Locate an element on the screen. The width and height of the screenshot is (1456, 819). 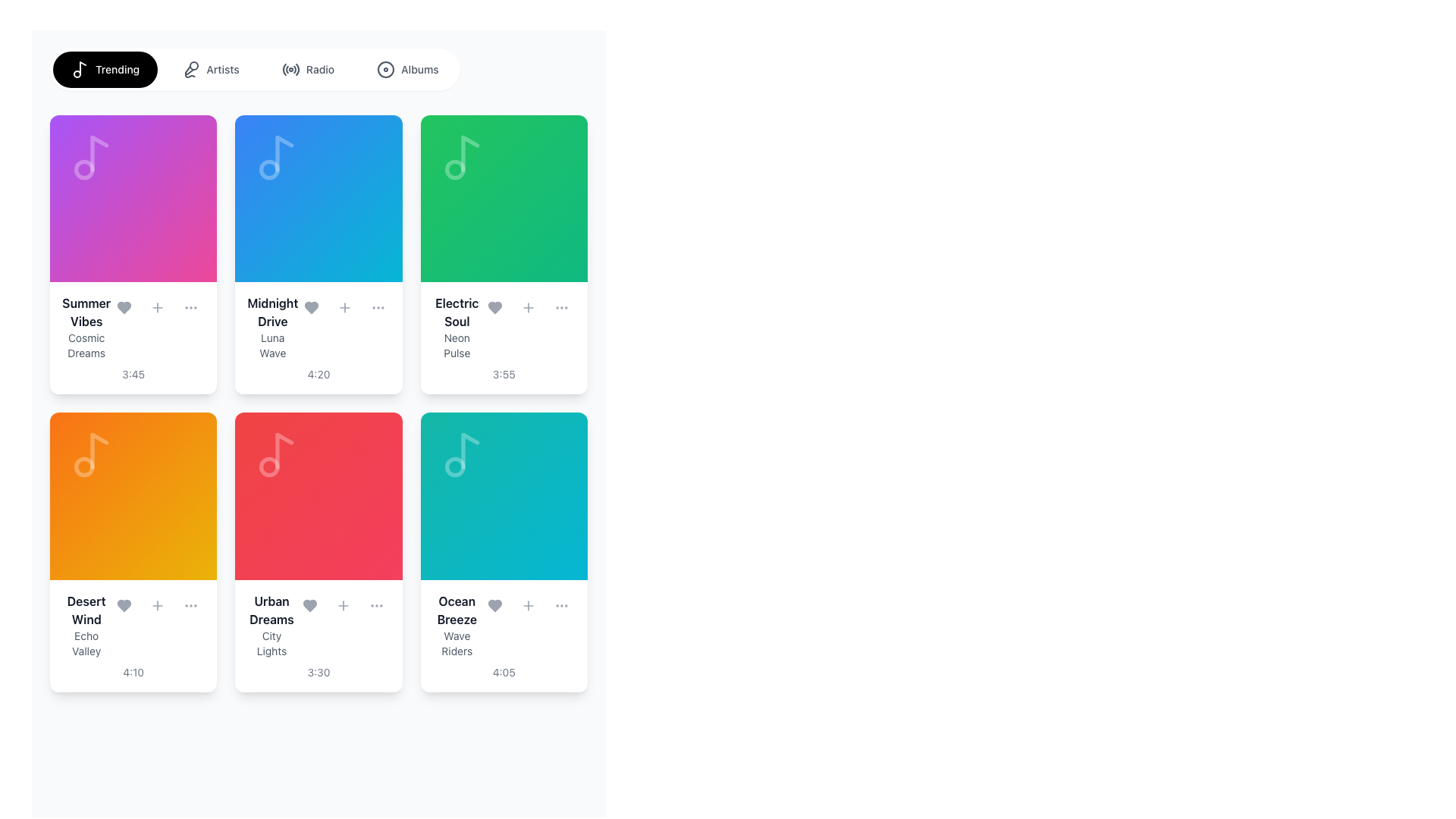
the SVG circle that is part of the music note icon within the orange rectangular card for the song 'Desert Wind' by Echo Valley, located in the second row of the grid layout is located at coordinates (83, 466).